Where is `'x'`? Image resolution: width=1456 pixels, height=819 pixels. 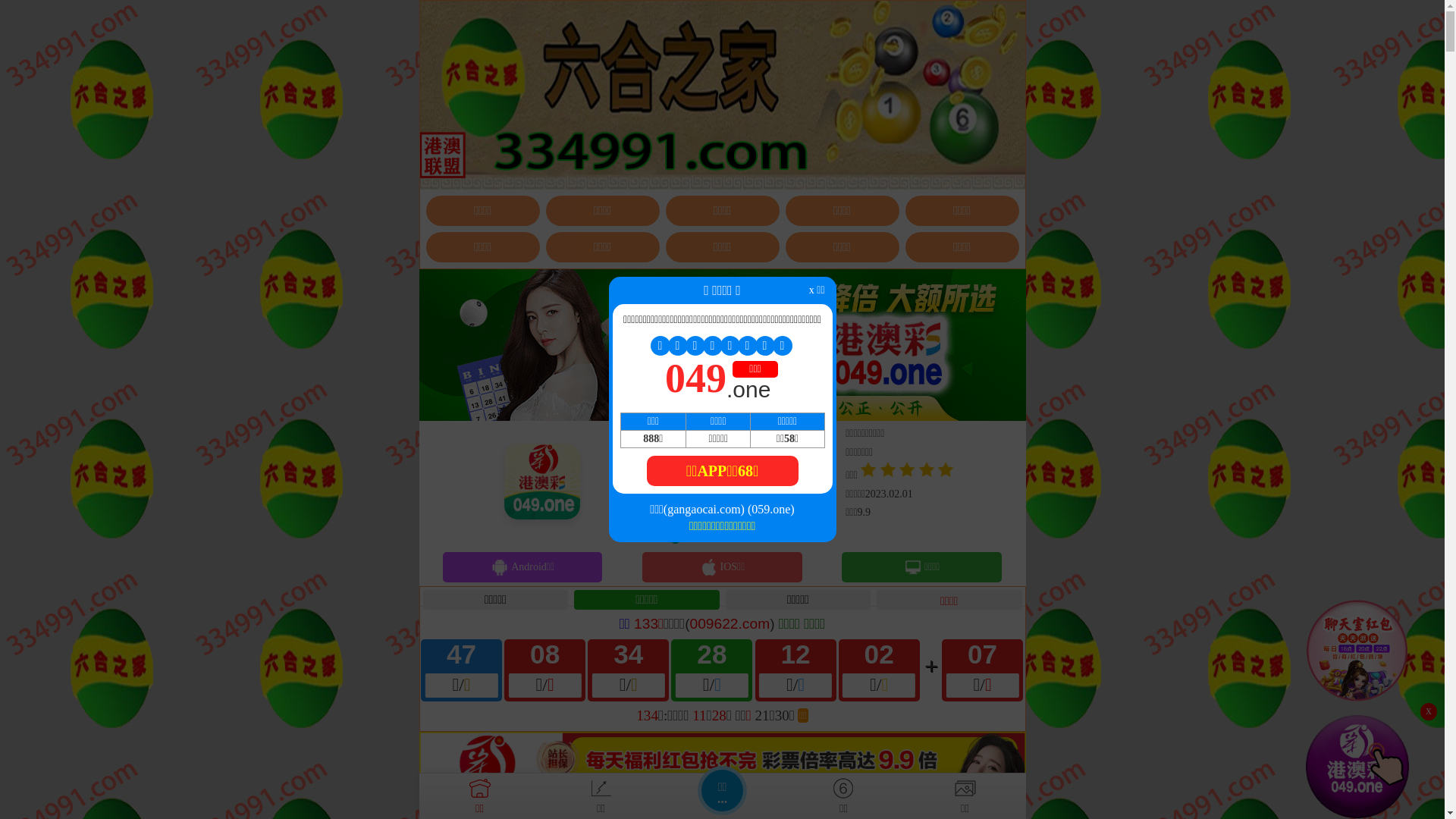
'x' is located at coordinates (1419, 711).